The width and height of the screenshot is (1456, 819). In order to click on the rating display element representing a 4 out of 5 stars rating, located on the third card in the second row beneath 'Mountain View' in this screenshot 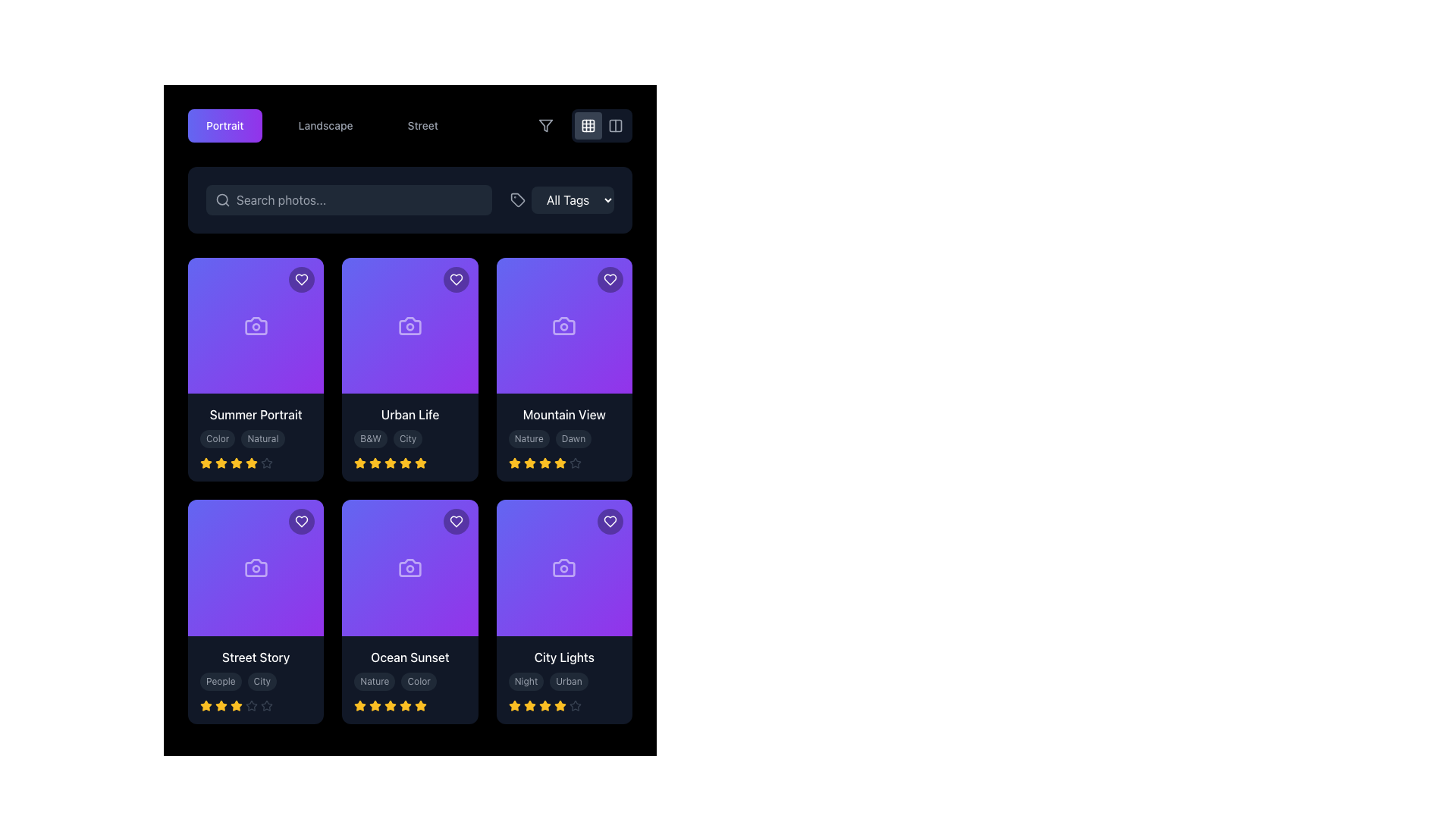, I will do `click(563, 463)`.